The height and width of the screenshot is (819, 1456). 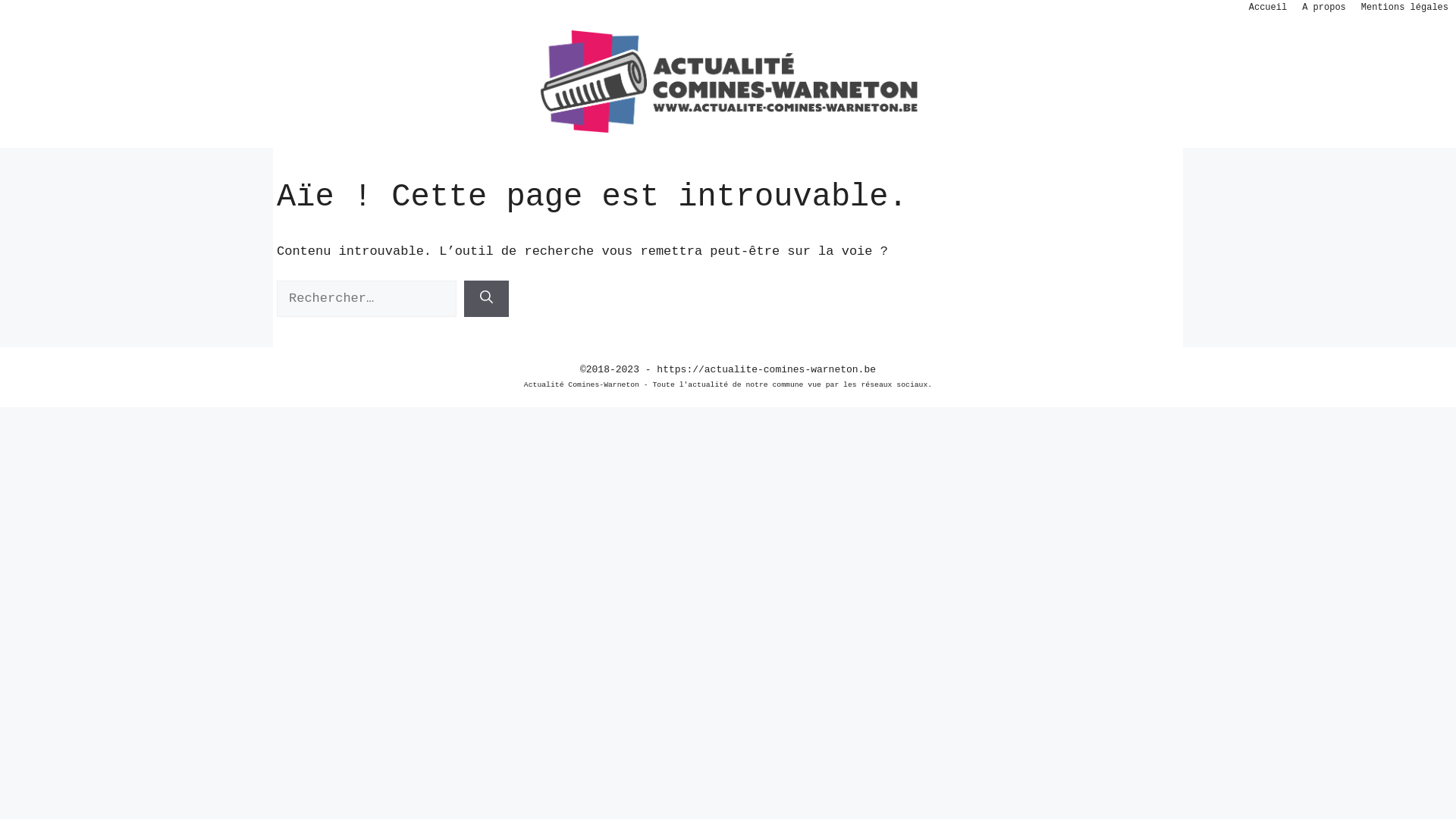 What do you see at coordinates (1323, 8) in the screenshot?
I see `'A propos'` at bounding box center [1323, 8].